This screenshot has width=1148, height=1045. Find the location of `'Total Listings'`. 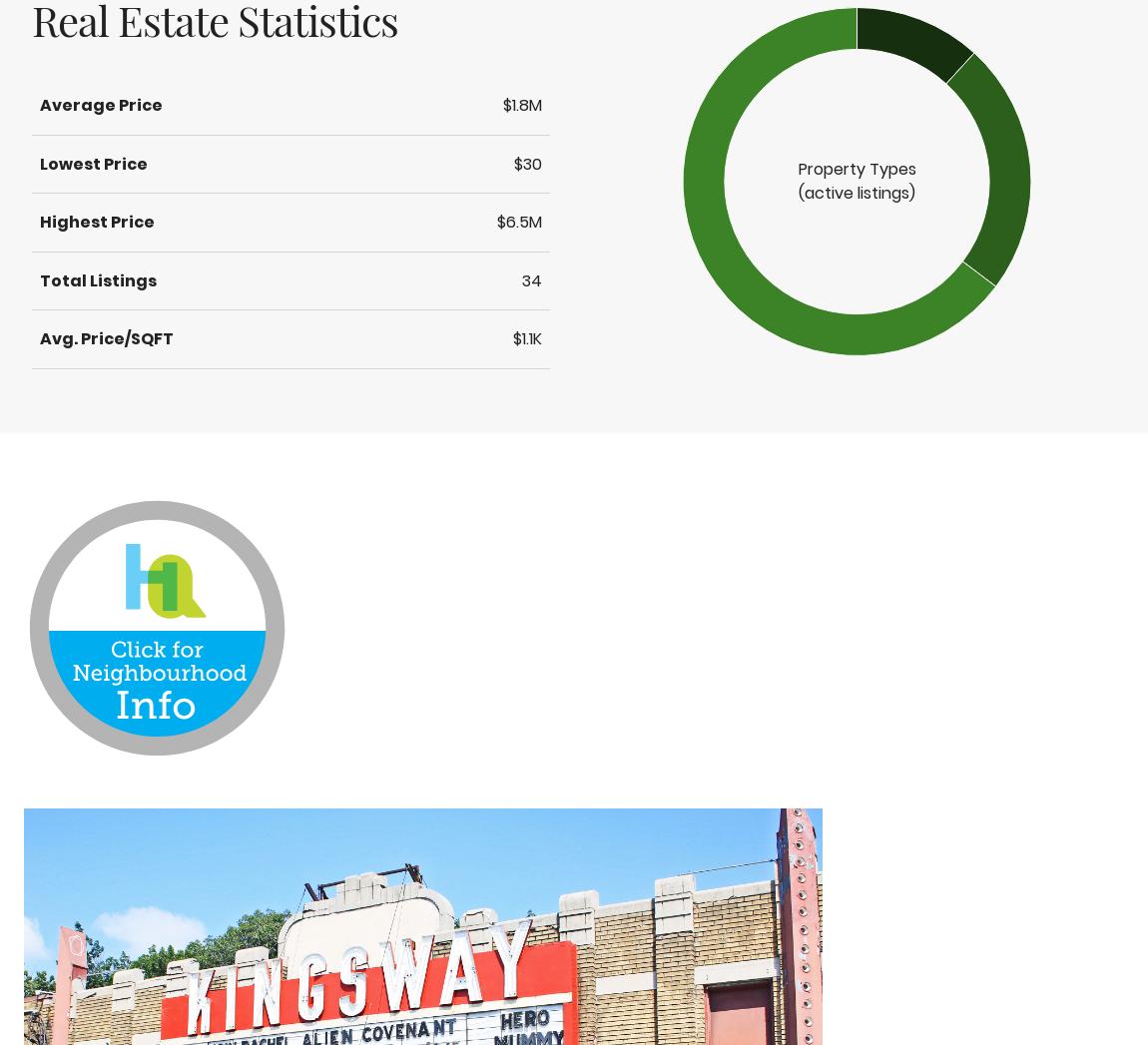

'Total Listings' is located at coordinates (97, 279).